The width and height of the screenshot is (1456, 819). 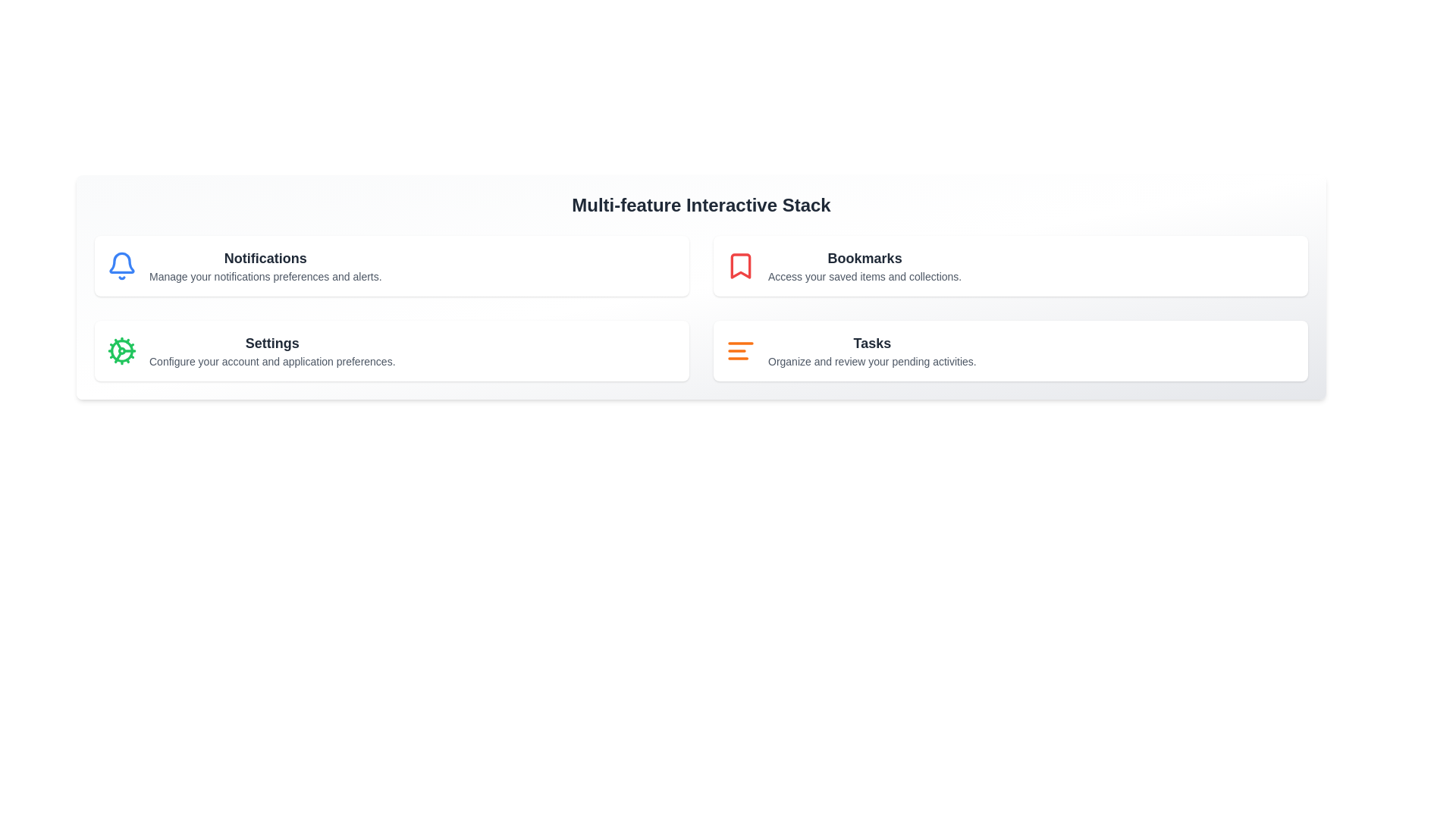 I want to click on the static text element titled 'Multi-feature Interactive Stack' at the top of the panel, so click(x=701, y=205).